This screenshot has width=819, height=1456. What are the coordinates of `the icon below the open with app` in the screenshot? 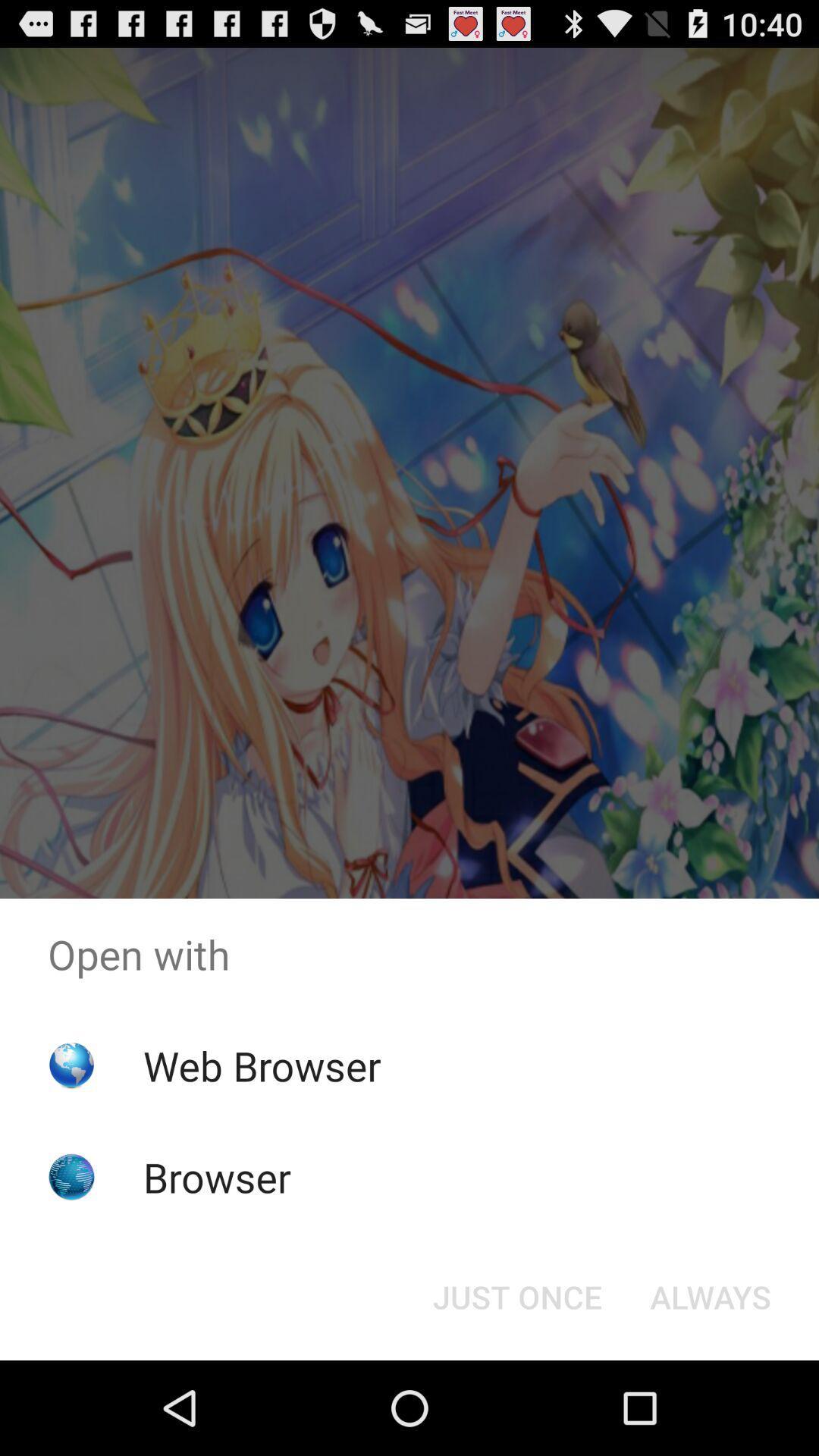 It's located at (261, 1065).